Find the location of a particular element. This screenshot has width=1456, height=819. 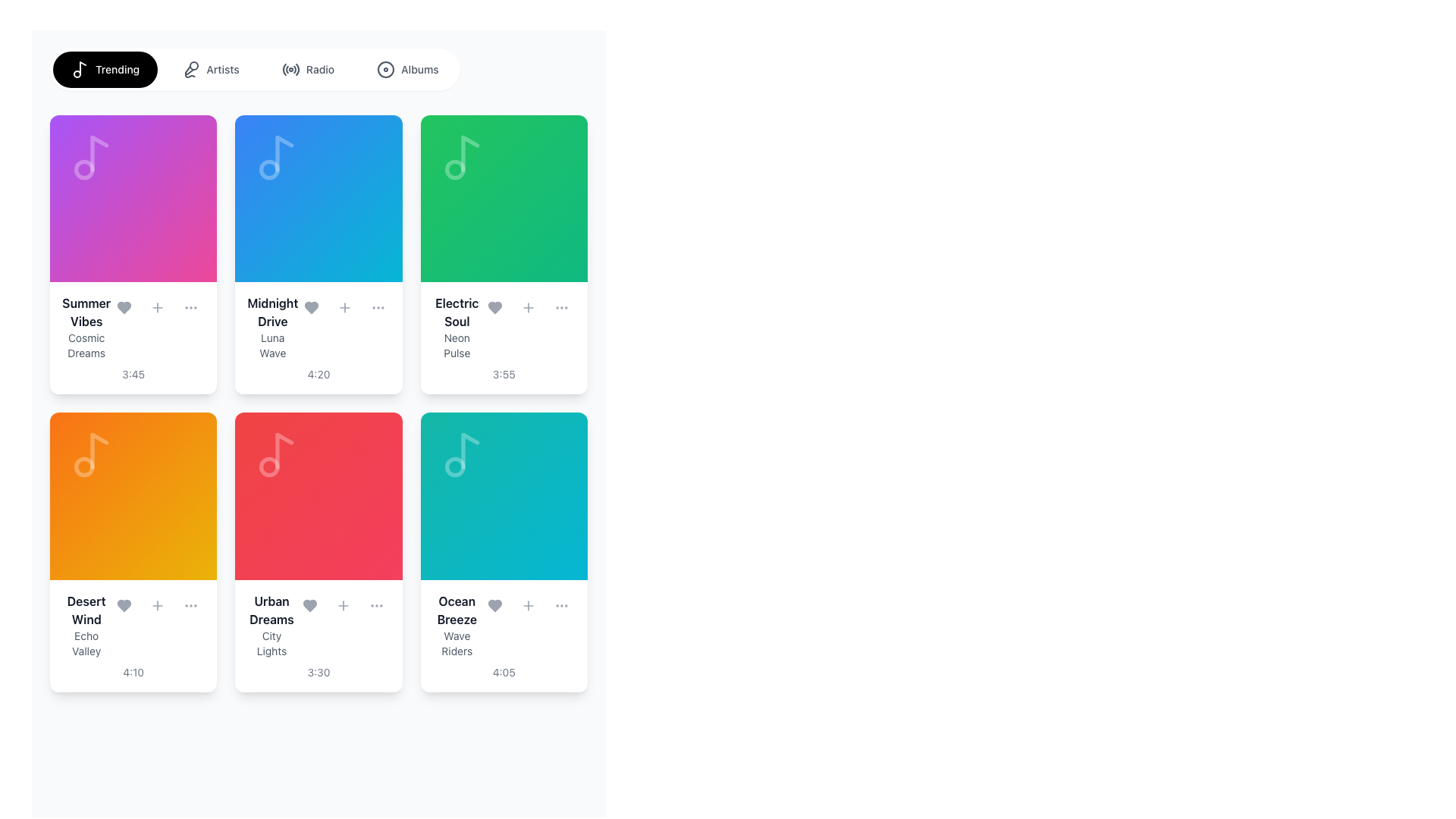

the 'like' icon button within the card labeled 'Urban Dreams' is located at coordinates (309, 604).